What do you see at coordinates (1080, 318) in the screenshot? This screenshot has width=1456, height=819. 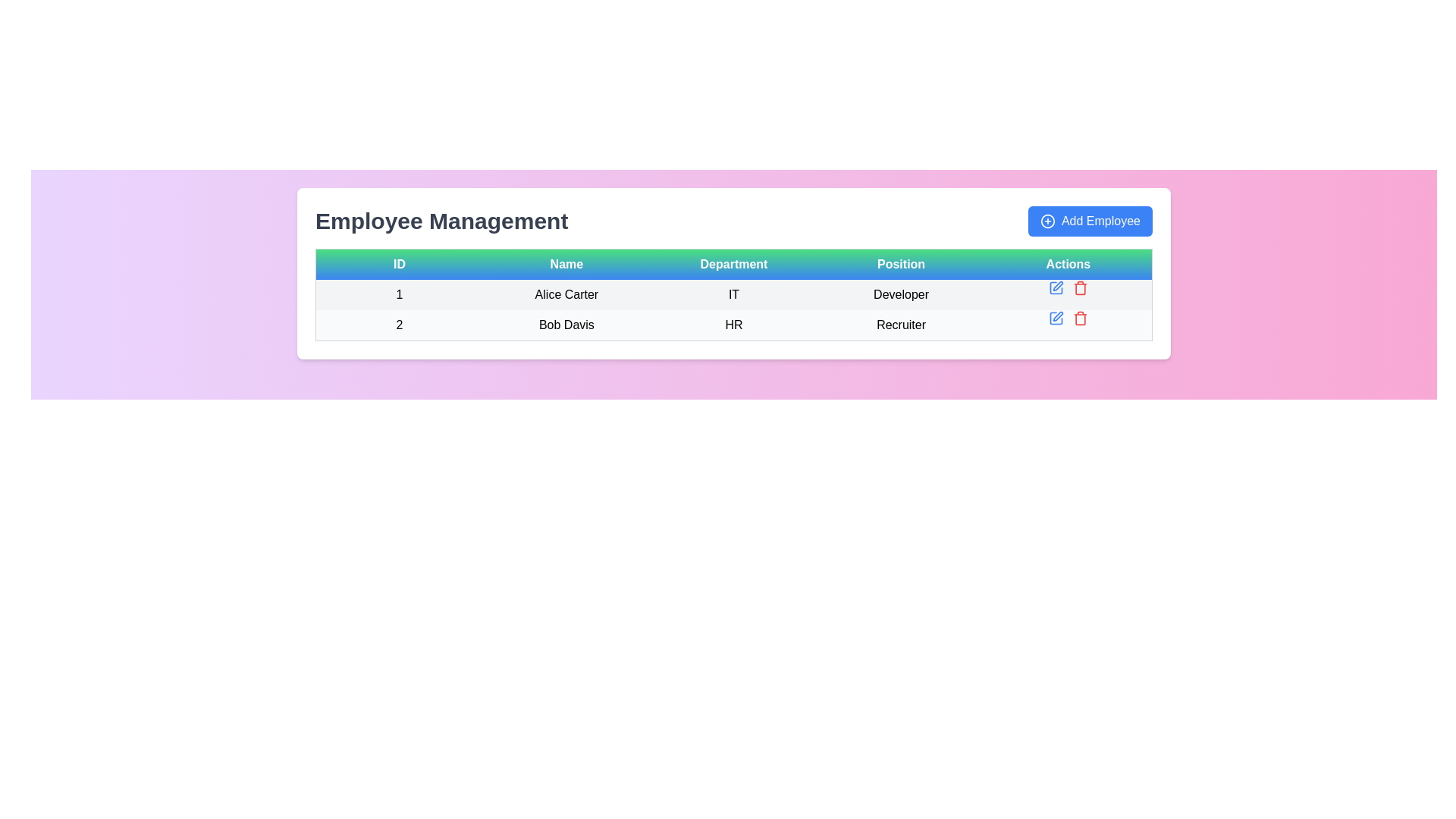 I see `the trash can icon located in the 'Actions' column, second row of the table aligned with 'Bob Davis'` at bounding box center [1080, 318].